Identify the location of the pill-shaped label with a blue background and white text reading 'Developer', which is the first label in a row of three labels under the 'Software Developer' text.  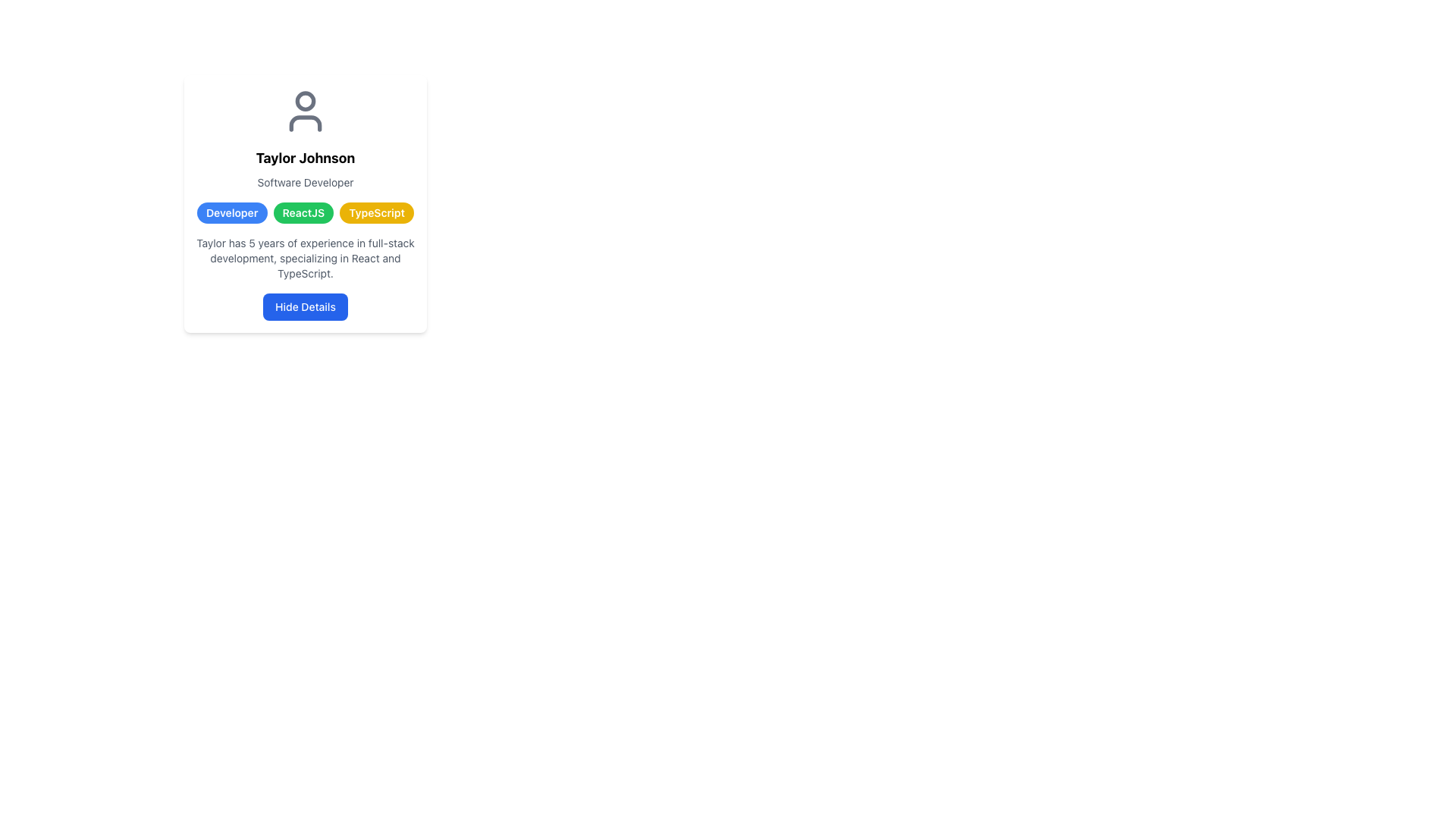
(231, 213).